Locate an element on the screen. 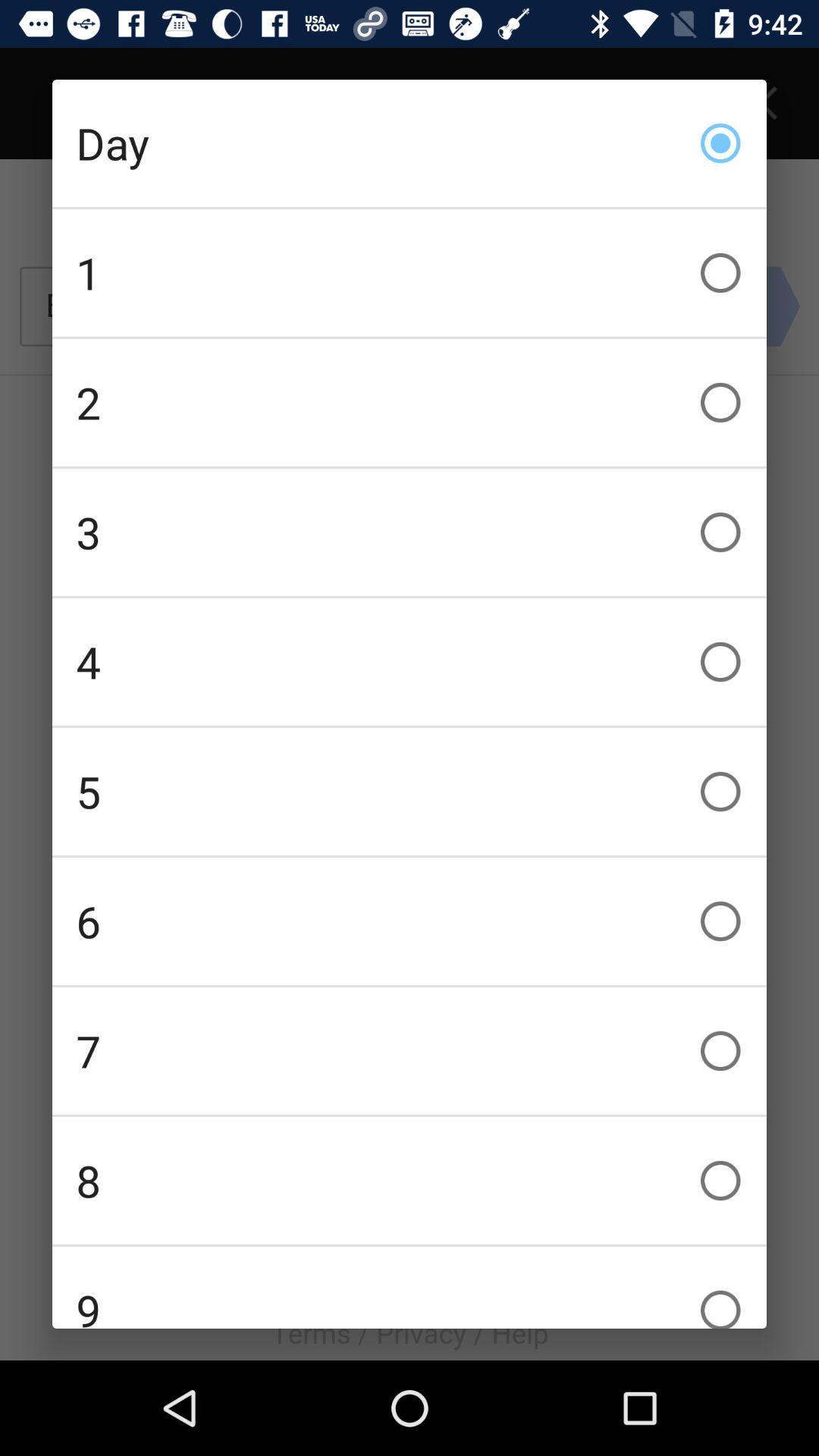  item below 5 is located at coordinates (409, 920).